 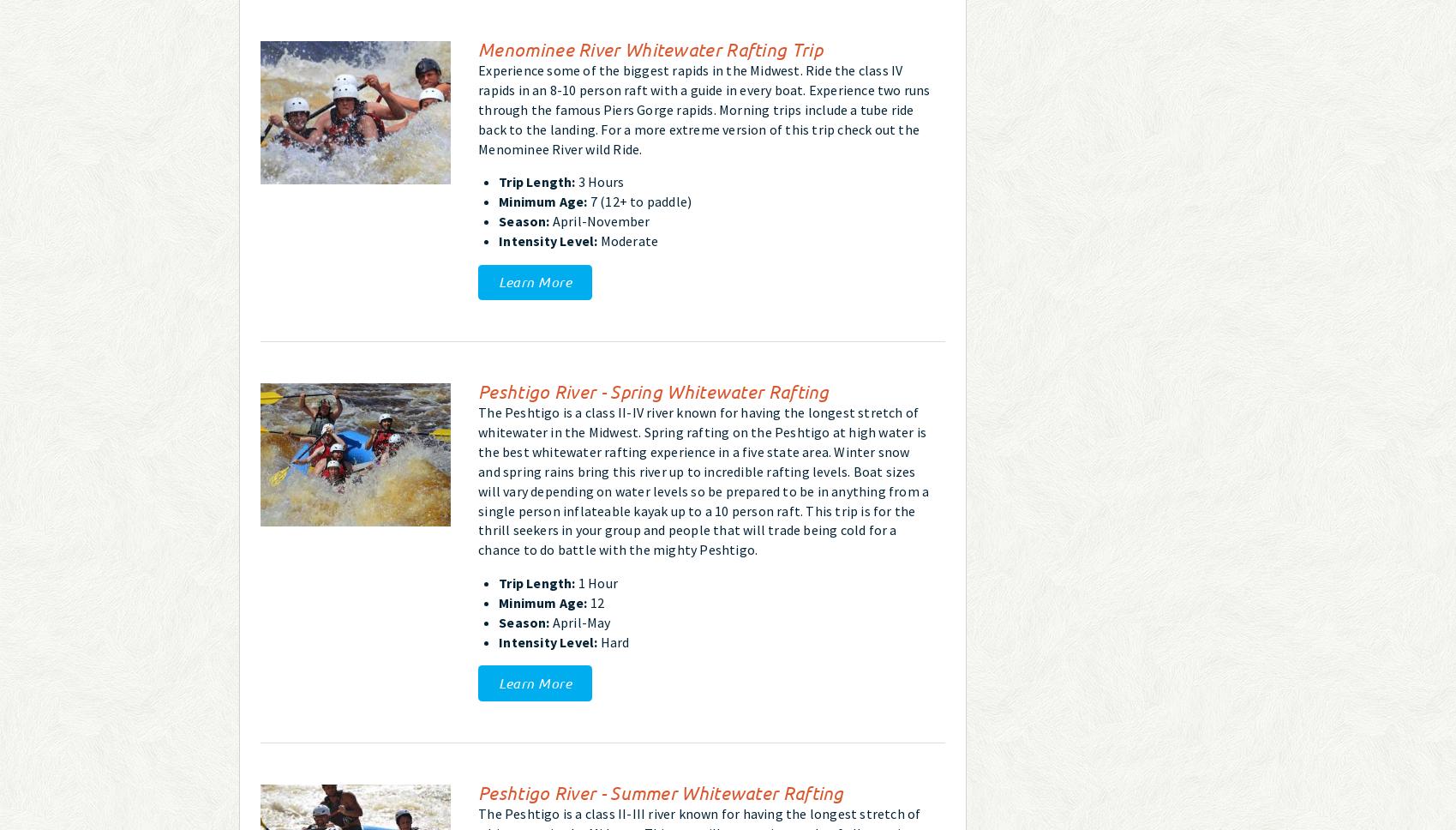 I want to click on 'April-May', so click(x=549, y=621).